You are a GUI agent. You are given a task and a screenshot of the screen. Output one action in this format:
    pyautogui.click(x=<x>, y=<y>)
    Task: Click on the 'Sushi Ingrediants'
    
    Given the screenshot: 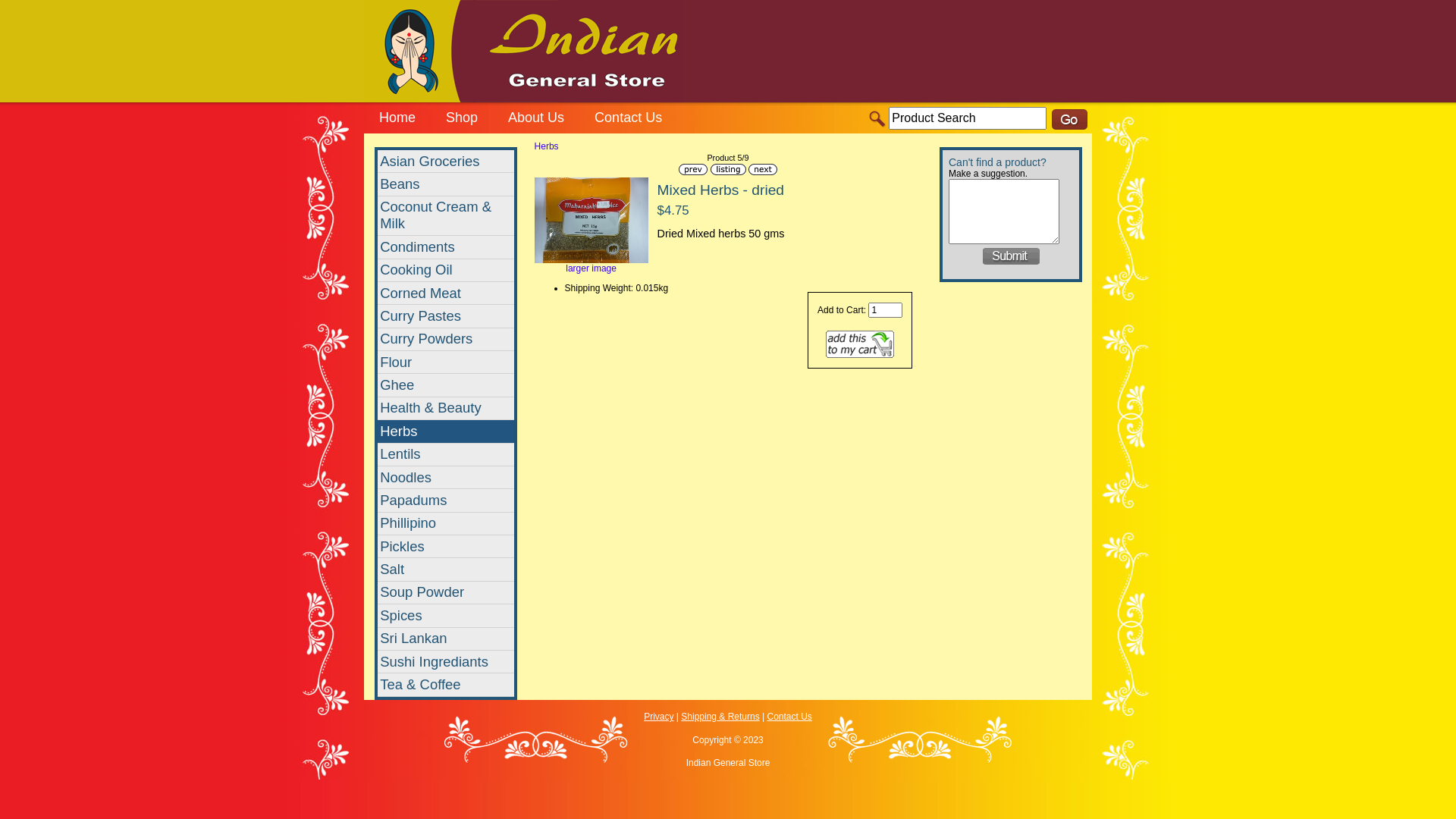 What is the action you would take?
    pyautogui.click(x=378, y=661)
    